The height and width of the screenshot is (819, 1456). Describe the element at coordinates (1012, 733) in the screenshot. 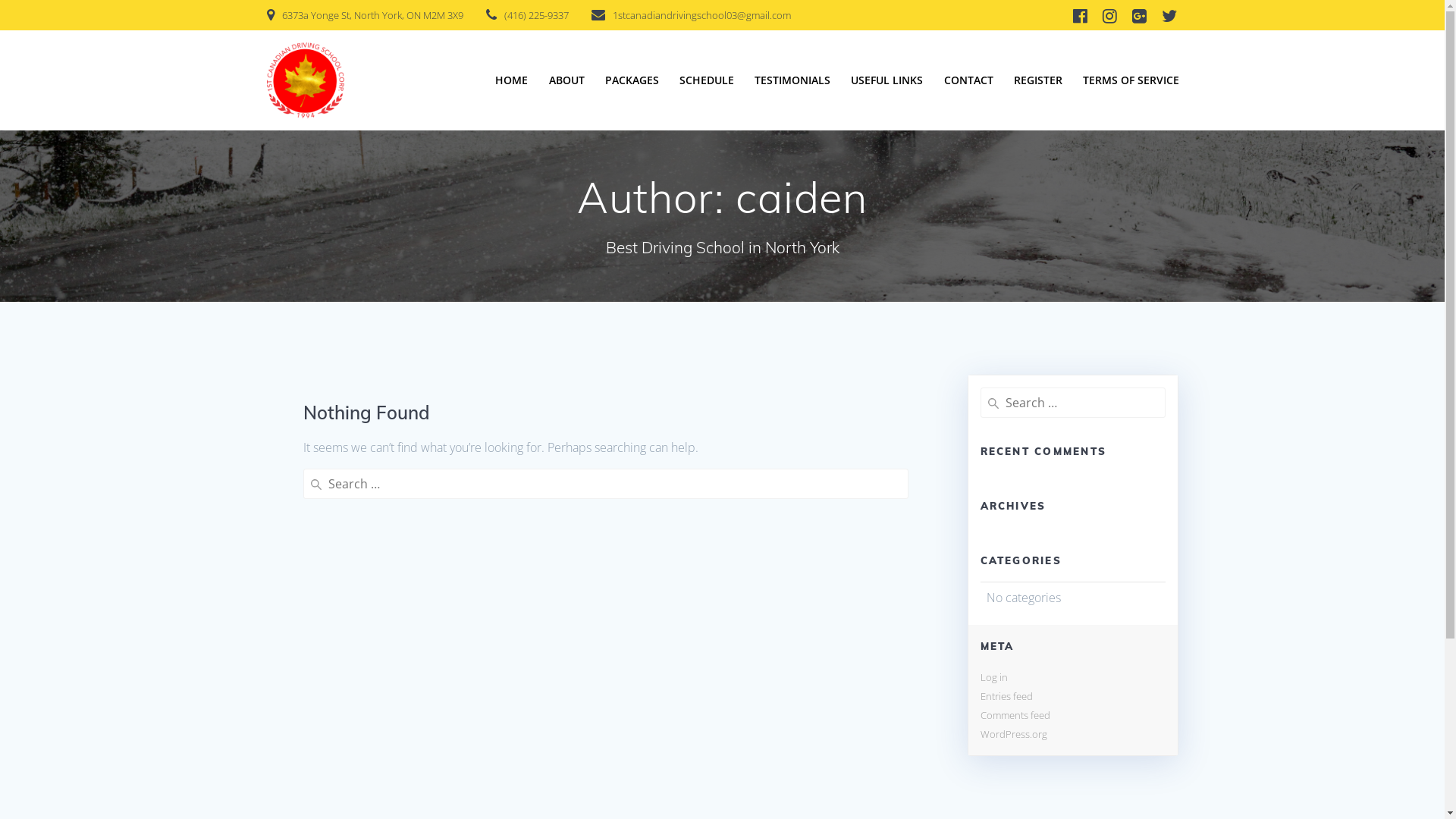

I see `'WordPress.org'` at that location.